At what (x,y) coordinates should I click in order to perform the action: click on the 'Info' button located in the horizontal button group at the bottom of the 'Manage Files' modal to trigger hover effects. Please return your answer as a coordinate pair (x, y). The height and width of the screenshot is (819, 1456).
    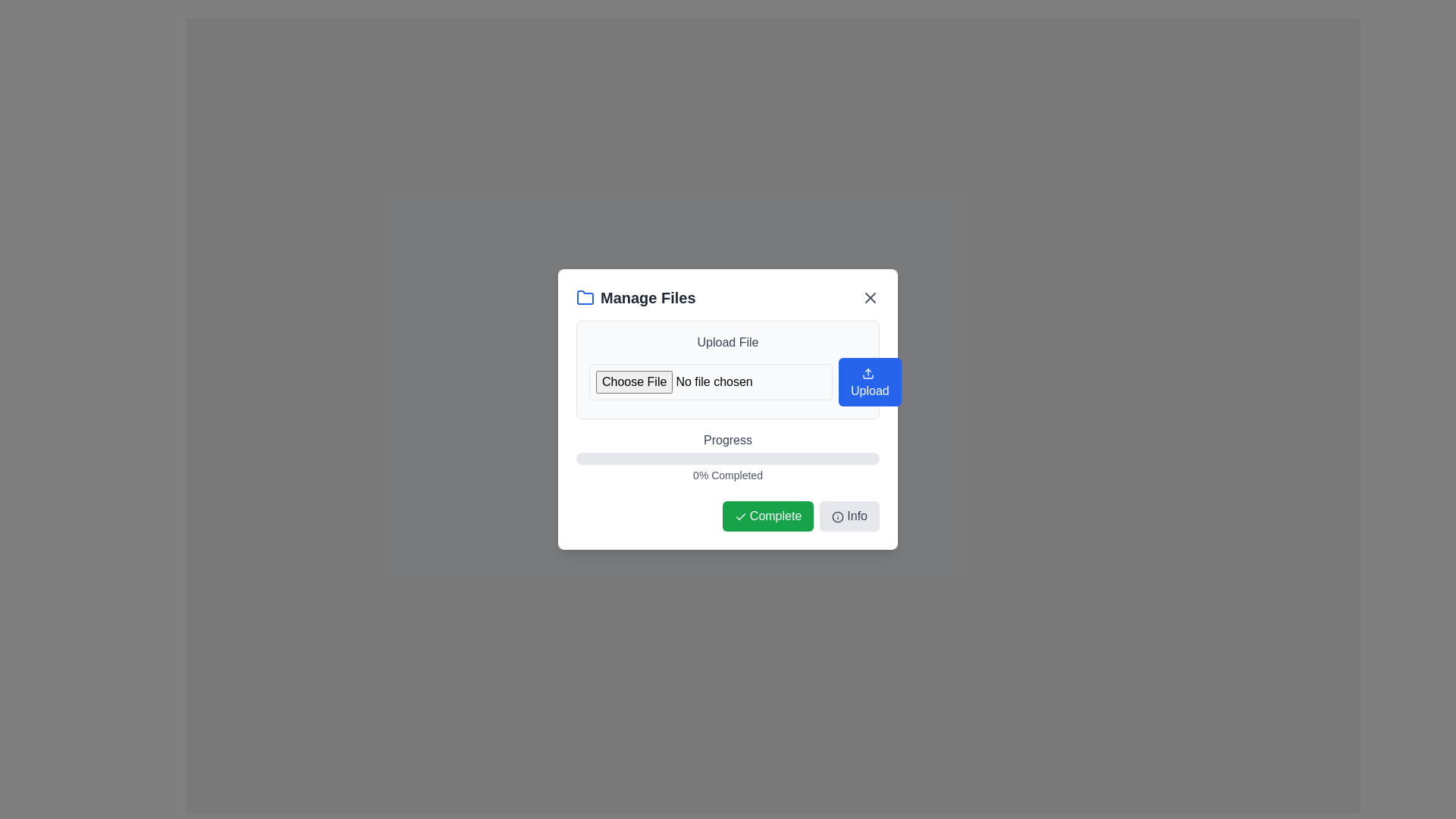
    Looking at the image, I should click on (849, 516).